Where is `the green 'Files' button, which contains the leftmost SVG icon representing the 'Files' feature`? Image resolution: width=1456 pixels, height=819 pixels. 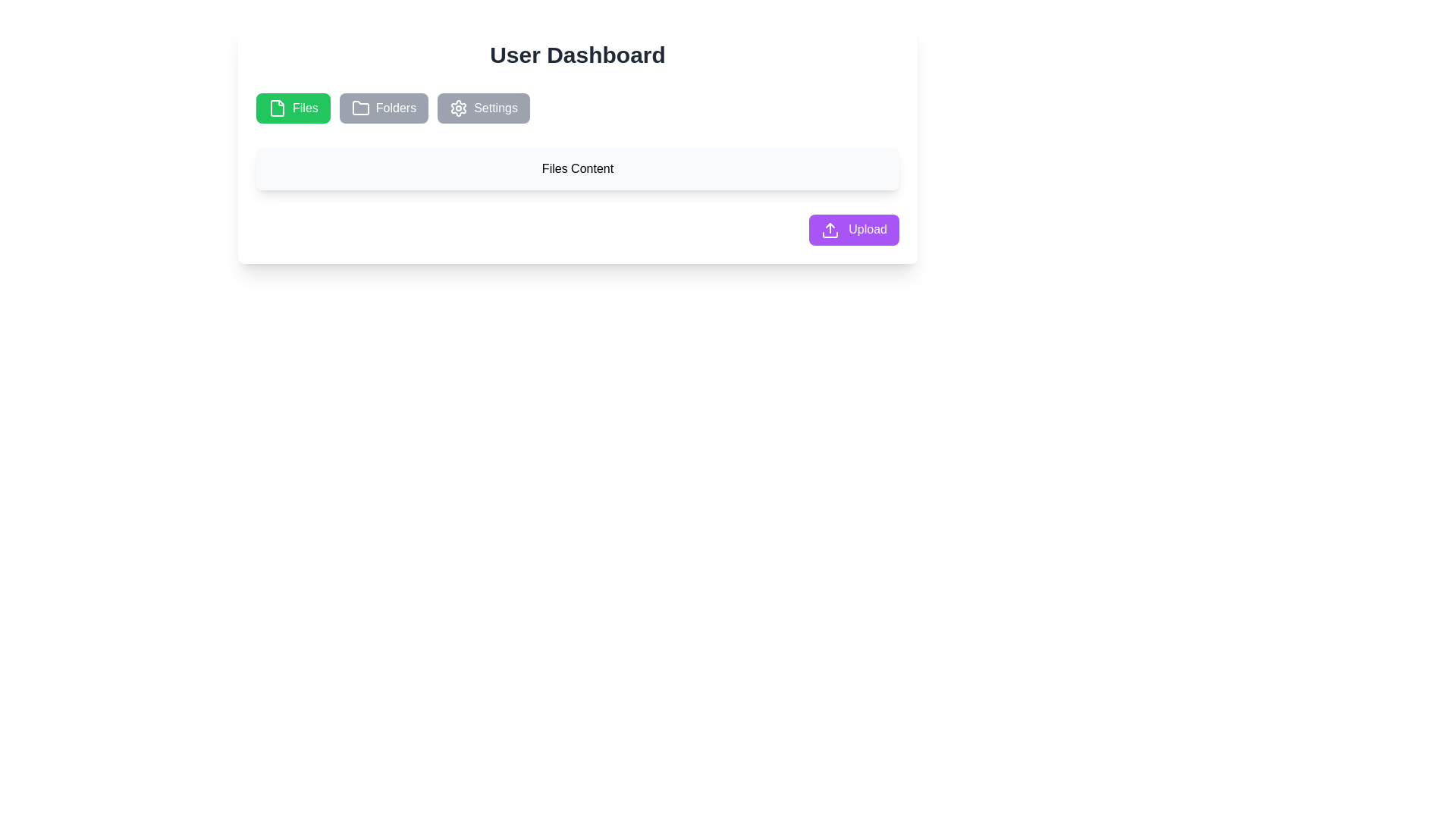 the green 'Files' button, which contains the leftmost SVG icon representing the 'Files' feature is located at coordinates (277, 107).